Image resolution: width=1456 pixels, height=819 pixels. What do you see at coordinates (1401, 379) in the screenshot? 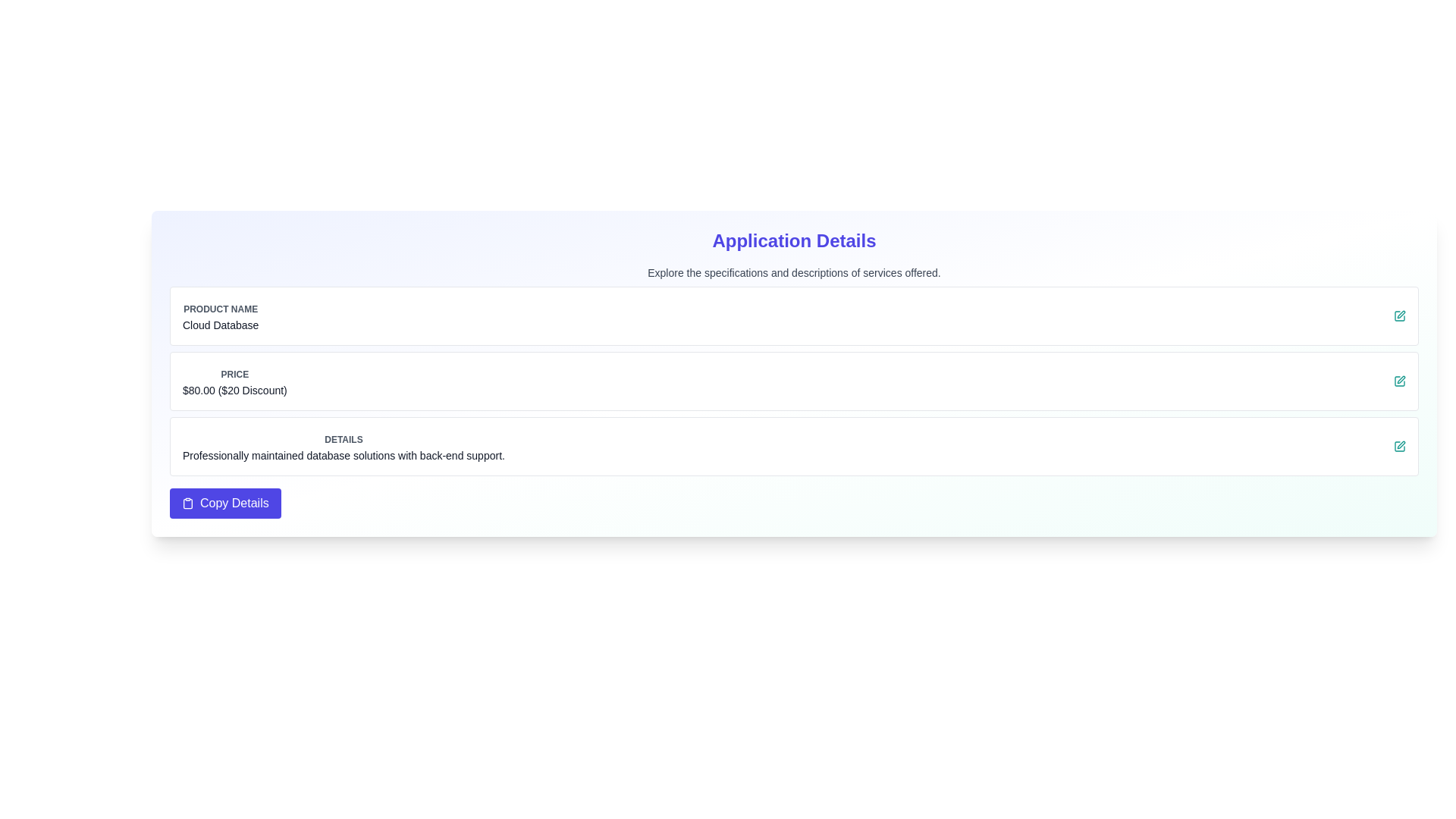
I see `the pen or pencil icon button located in the third row of the form interface, aligned to the rightmost side of the row` at bounding box center [1401, 379].